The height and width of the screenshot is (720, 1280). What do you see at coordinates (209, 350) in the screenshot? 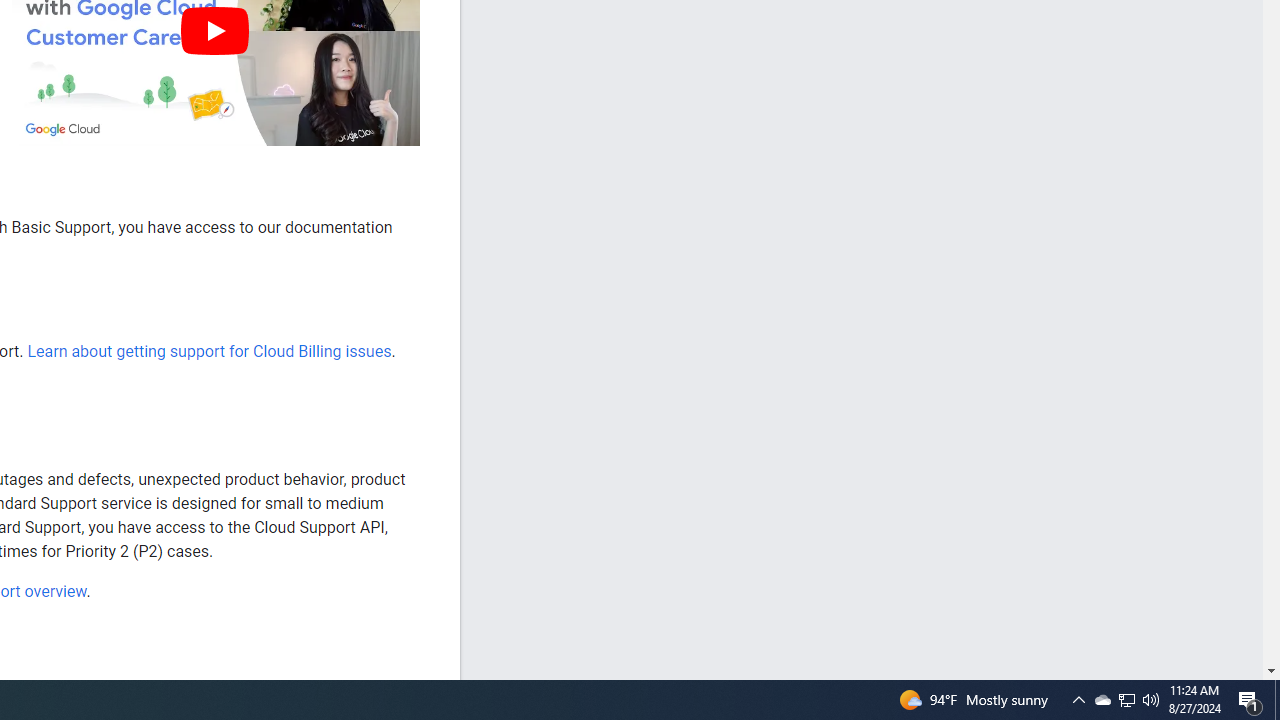
I see `'Learn about getting support for Cloud Billing issues'` at bounding box center [209, 350].